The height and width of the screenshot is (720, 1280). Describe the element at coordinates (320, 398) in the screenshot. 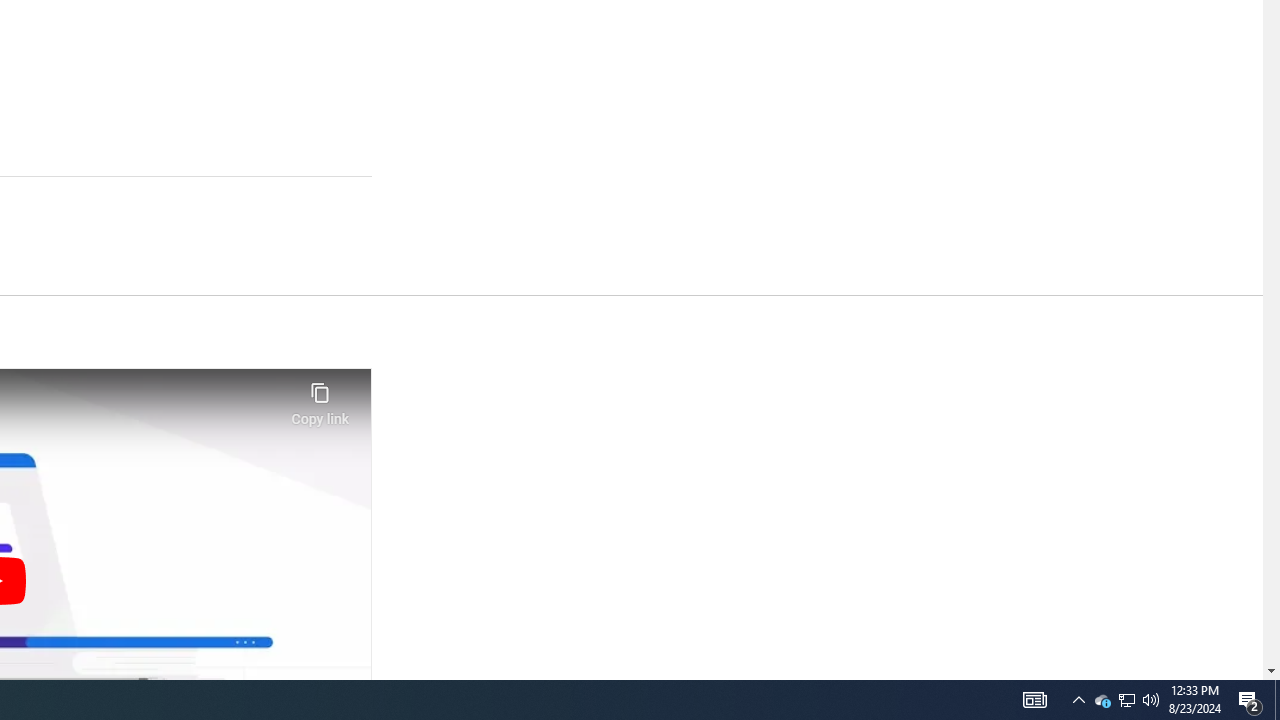

I see `'Copy link'` at that location.